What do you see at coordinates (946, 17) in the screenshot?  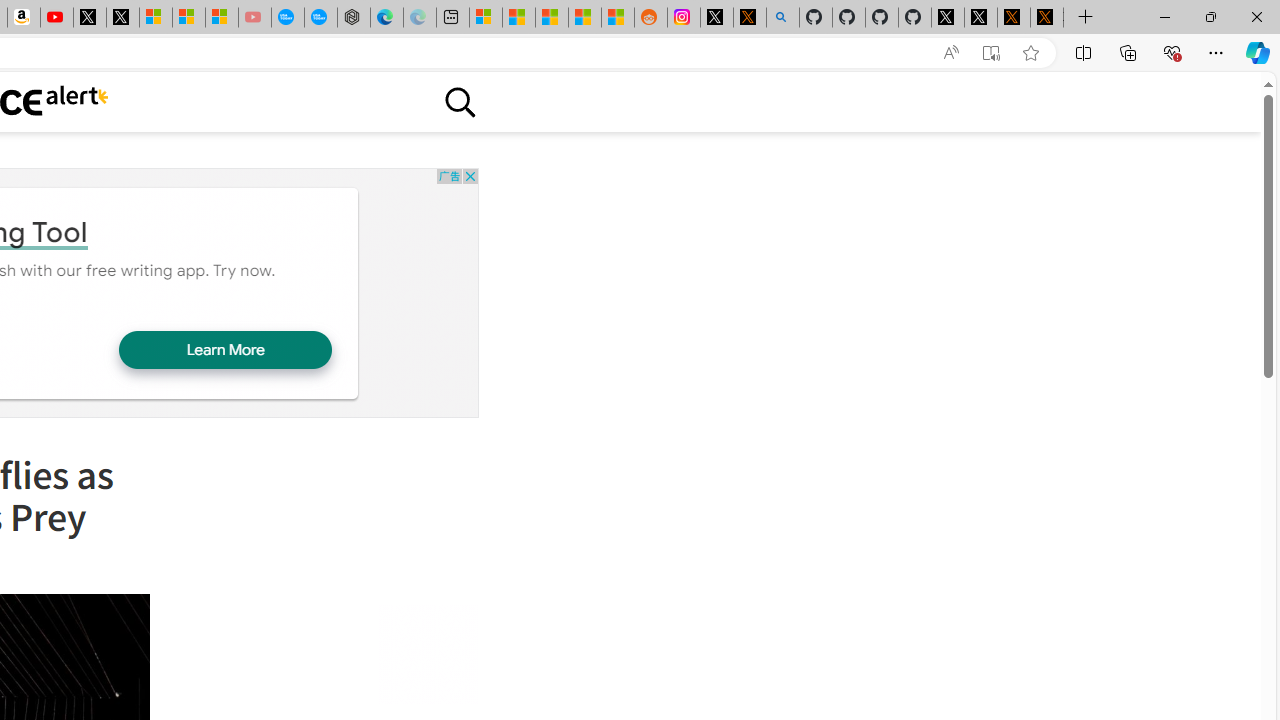 I see `'Profile / X'` at bounding box center [946, 17].